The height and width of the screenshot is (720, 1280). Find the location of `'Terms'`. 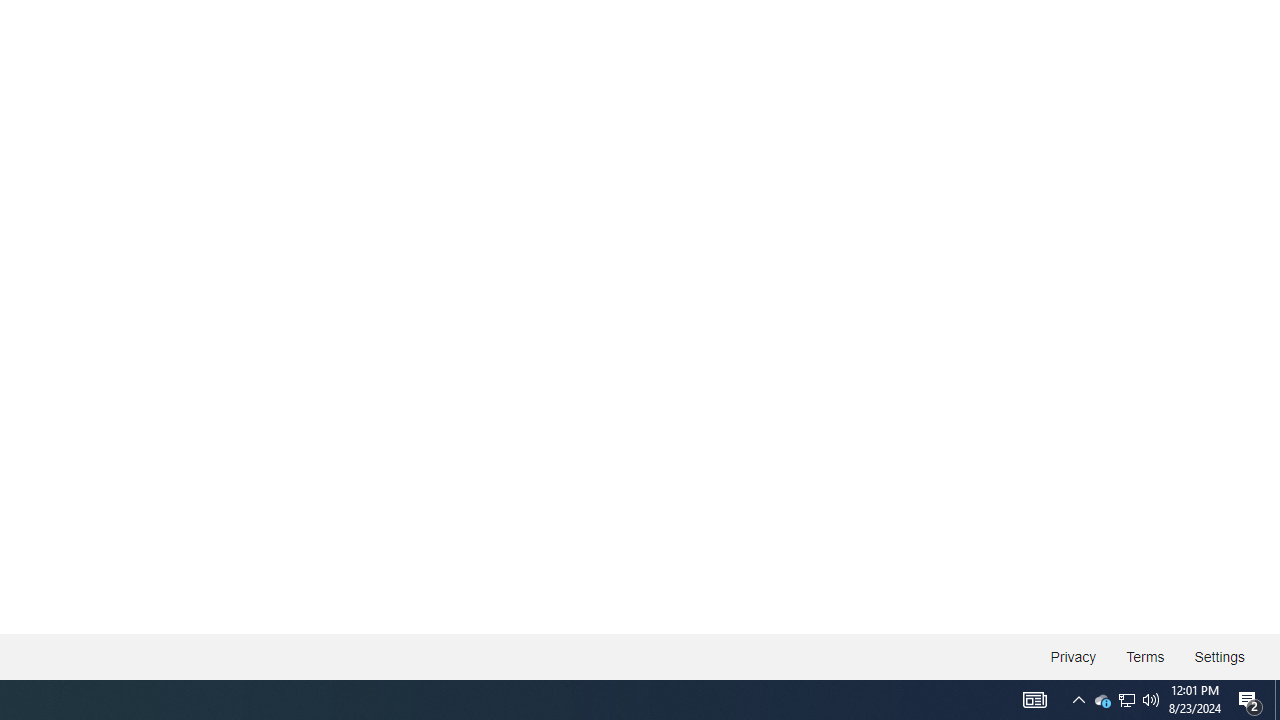

'Terms' is located at coordinates (1145, 657).